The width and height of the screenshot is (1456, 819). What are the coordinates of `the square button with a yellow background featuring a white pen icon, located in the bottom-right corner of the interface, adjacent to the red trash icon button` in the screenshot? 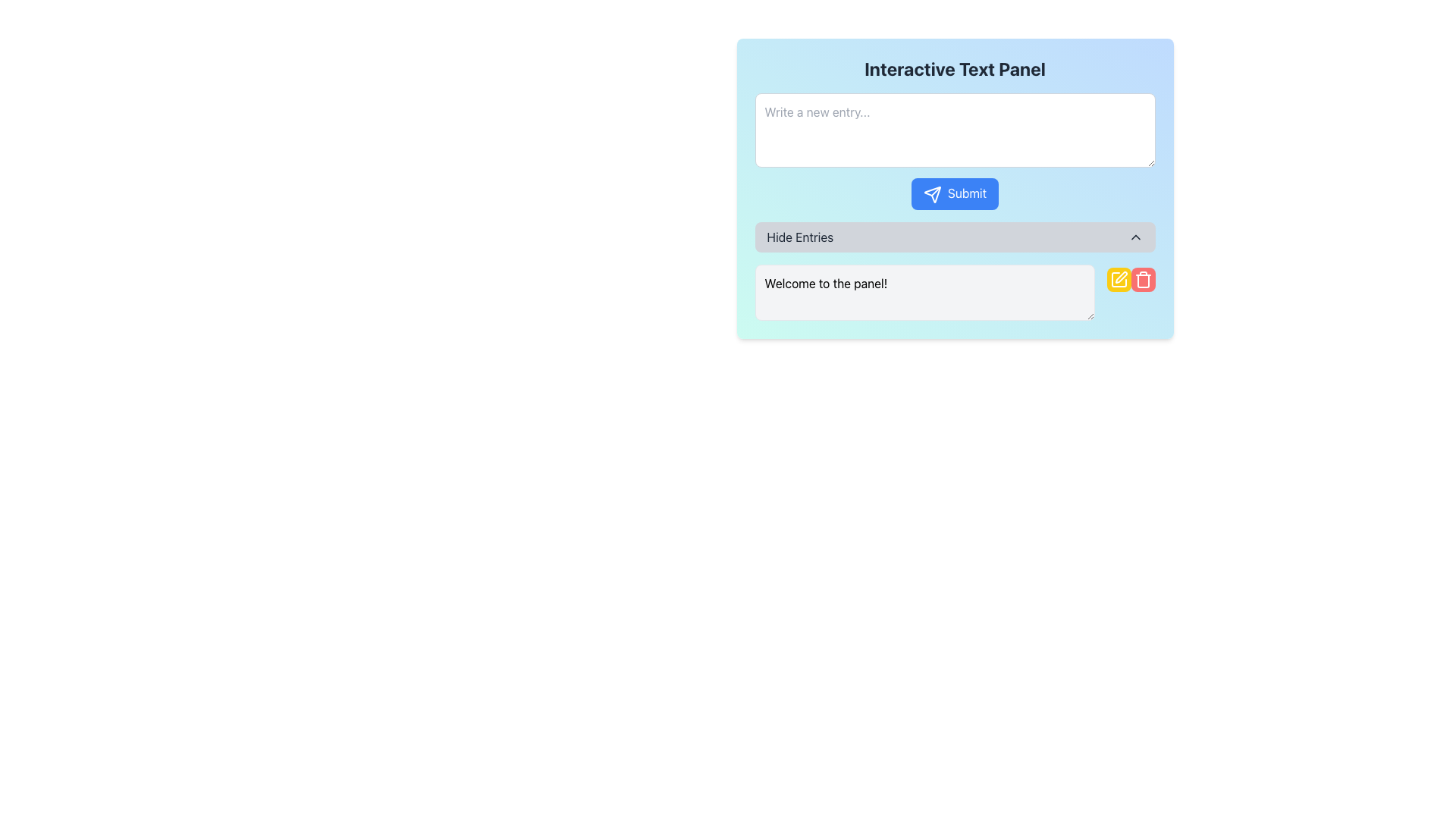 It's located at (1119, 279).